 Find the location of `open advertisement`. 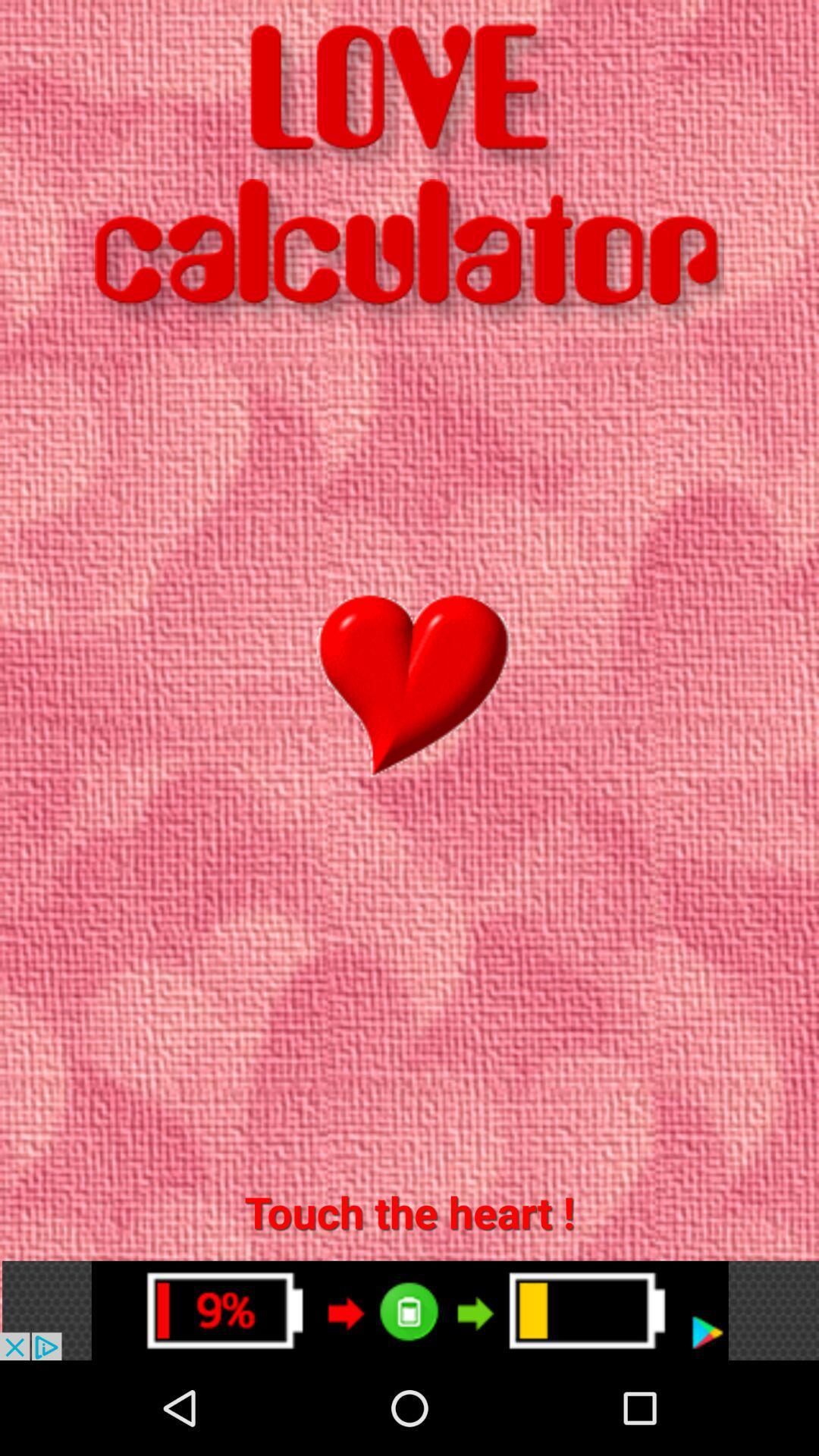

open advertisement is located at coordinates (409, 1310).